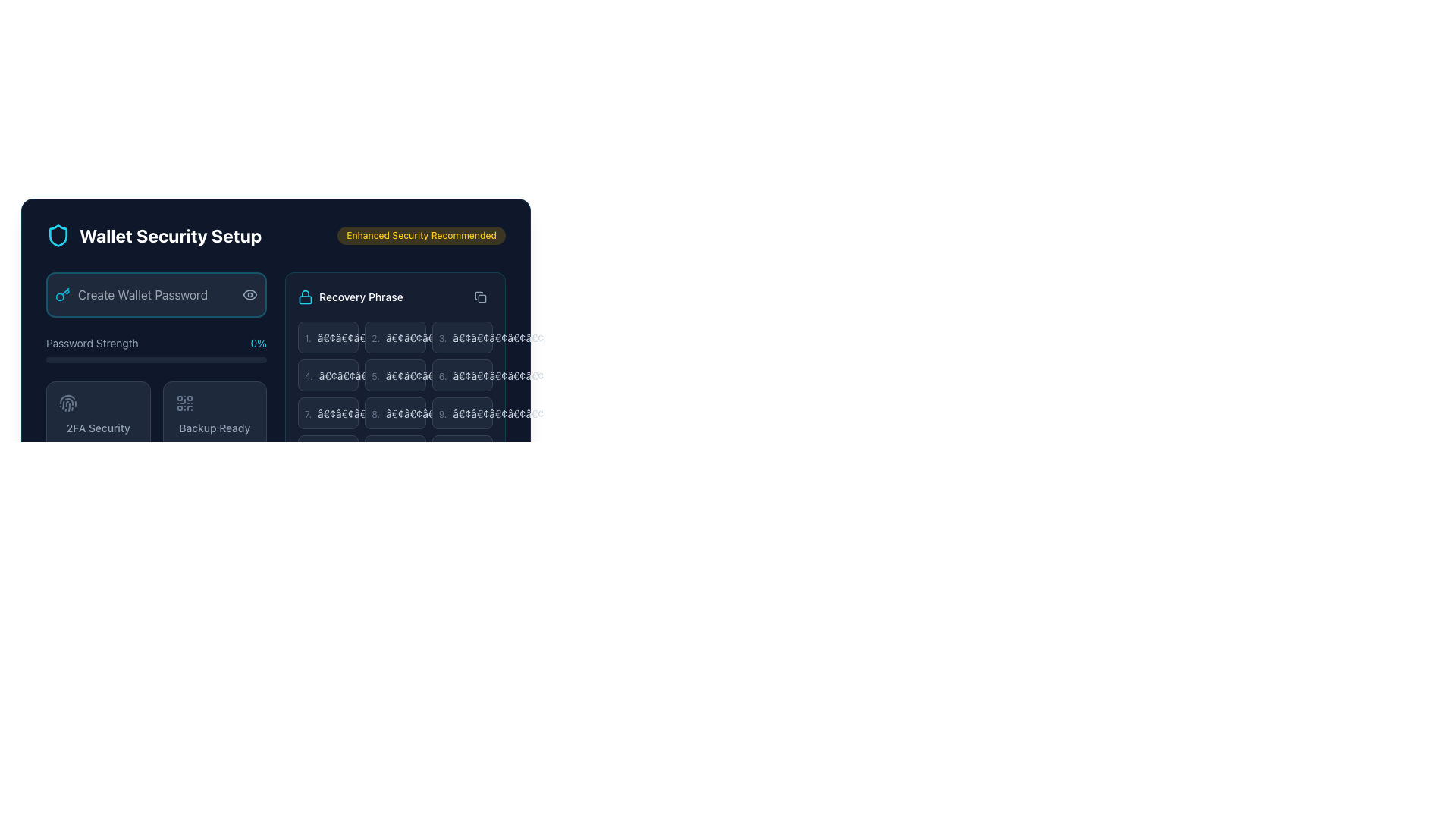 The width and height of the screenshot is (1456, 819). Describe the element at coordinates (350, 297) in the screenshot. I see `the non-interactive text label with an accompanying icon located in the top-right region of a rectangular card-like section, which identifies a specific section or feature related to security actions` at that location.